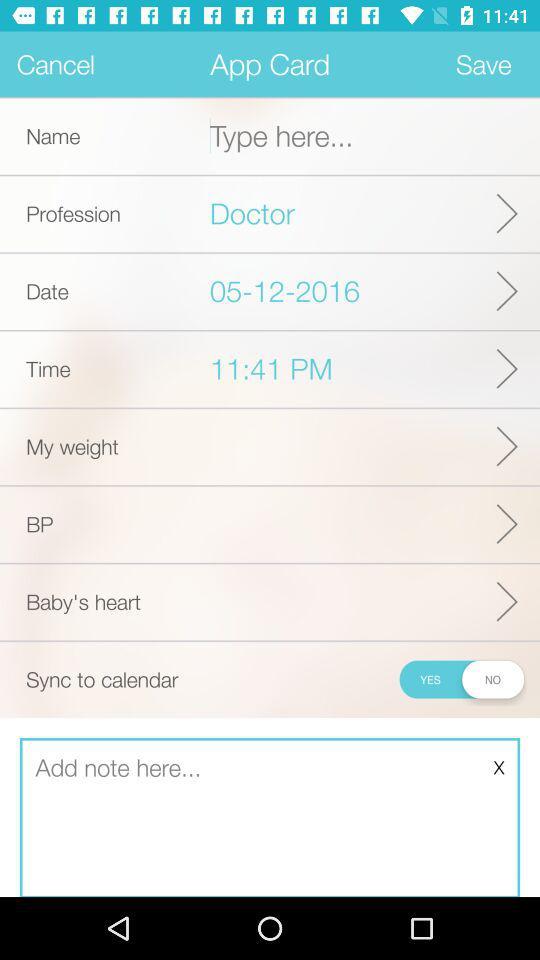 The image size is (540, 960). I want to click on x, so click(498, 766).